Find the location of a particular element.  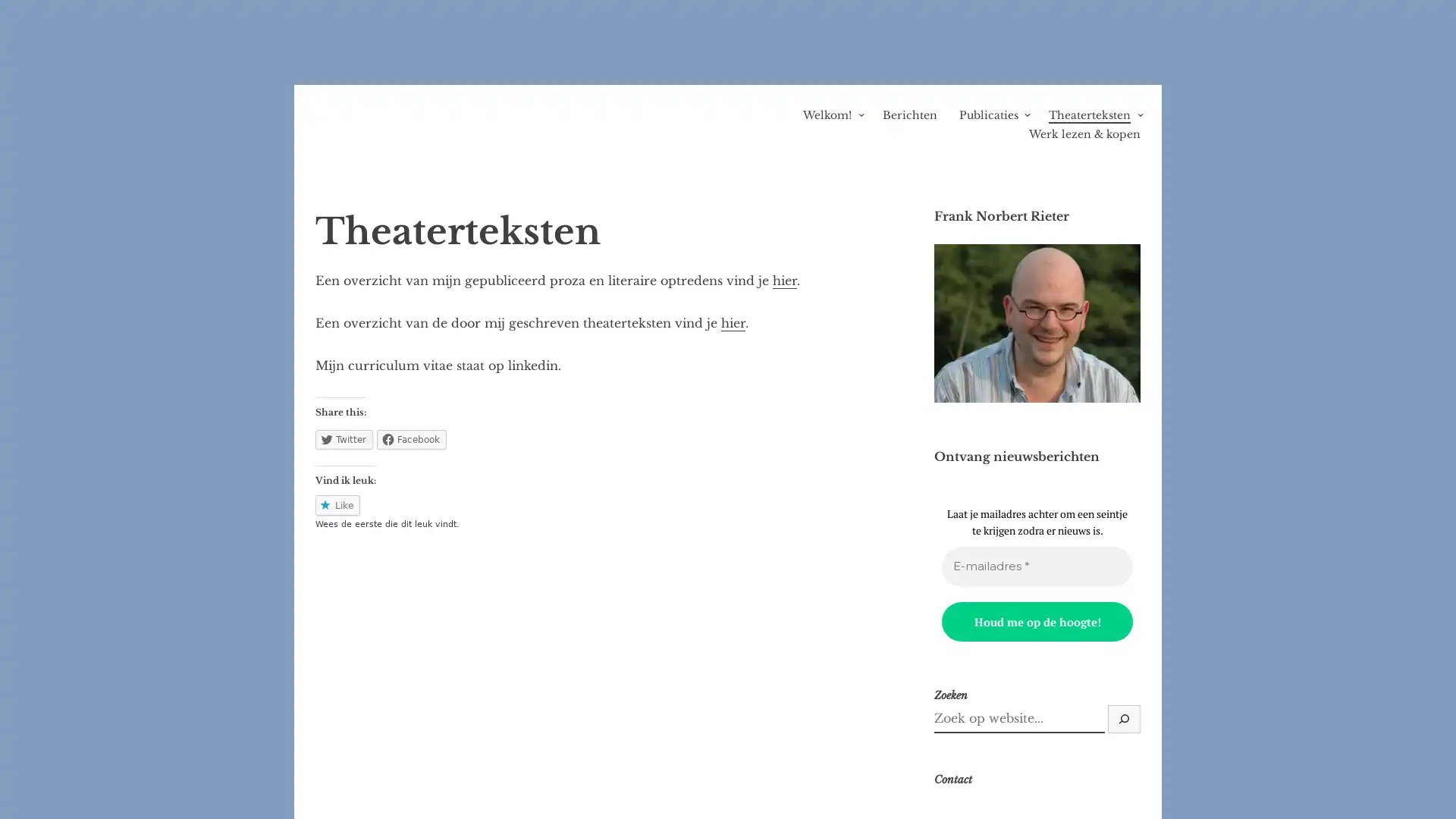

Zoek is located at coordinates (1124, 717).